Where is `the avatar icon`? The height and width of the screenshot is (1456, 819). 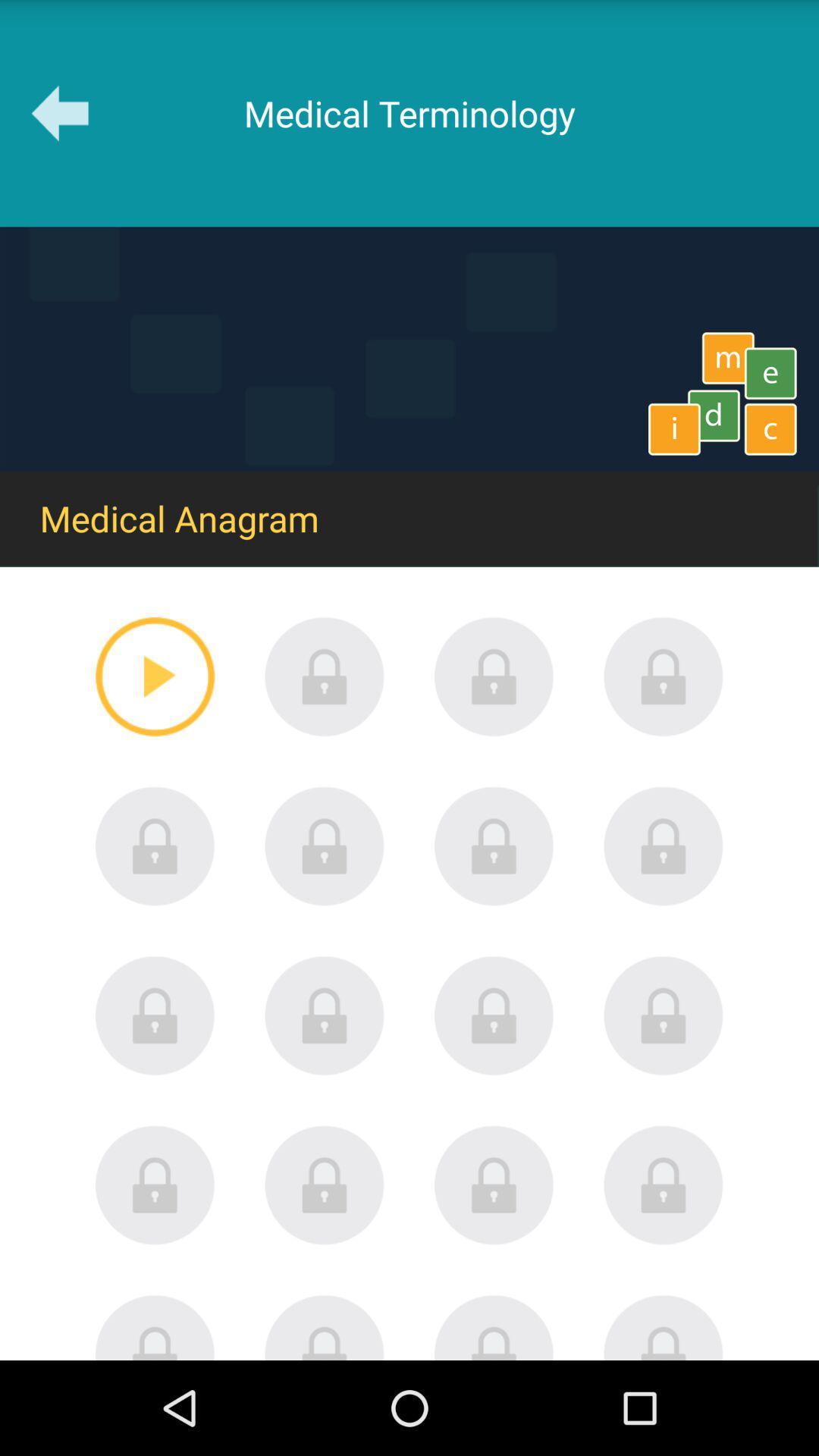 the avatar icon is located at coordinates (663, 1420).